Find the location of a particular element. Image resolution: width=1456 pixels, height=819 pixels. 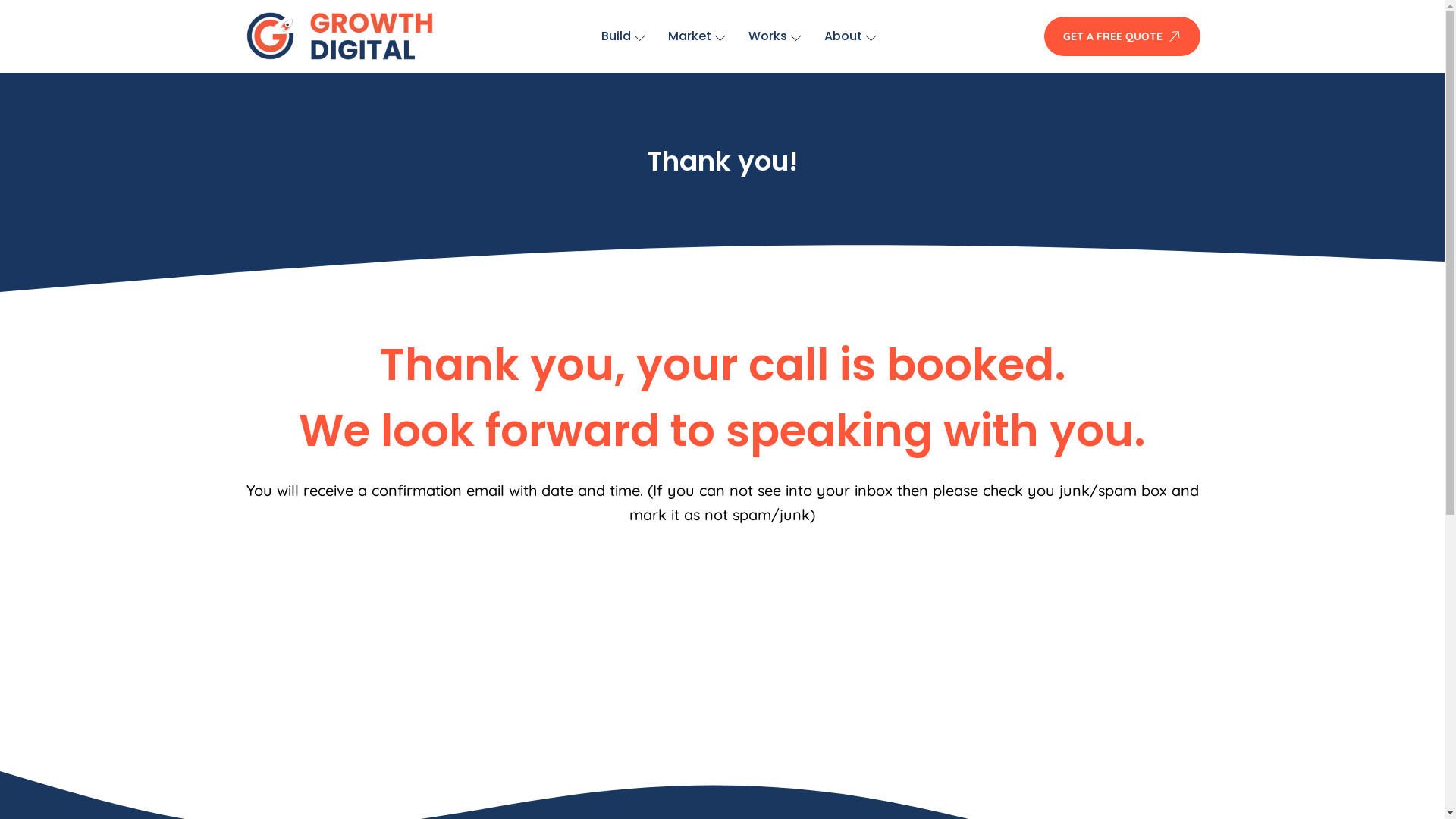

'GET A FREE QUOTE' is located at coordinates (1043, 35).